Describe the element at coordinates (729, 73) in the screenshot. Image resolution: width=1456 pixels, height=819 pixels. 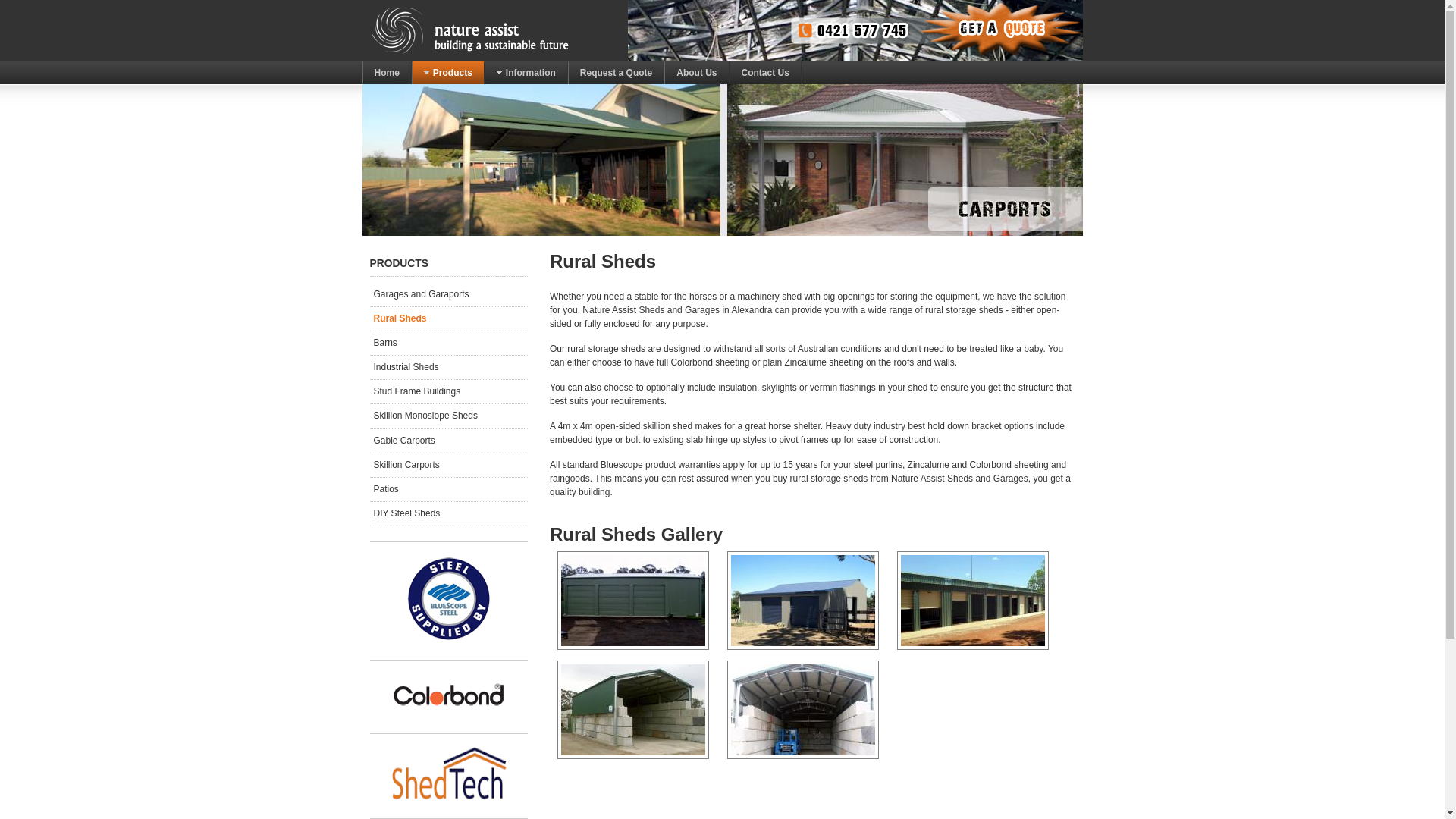
I see `'Contact Us'` at that location.